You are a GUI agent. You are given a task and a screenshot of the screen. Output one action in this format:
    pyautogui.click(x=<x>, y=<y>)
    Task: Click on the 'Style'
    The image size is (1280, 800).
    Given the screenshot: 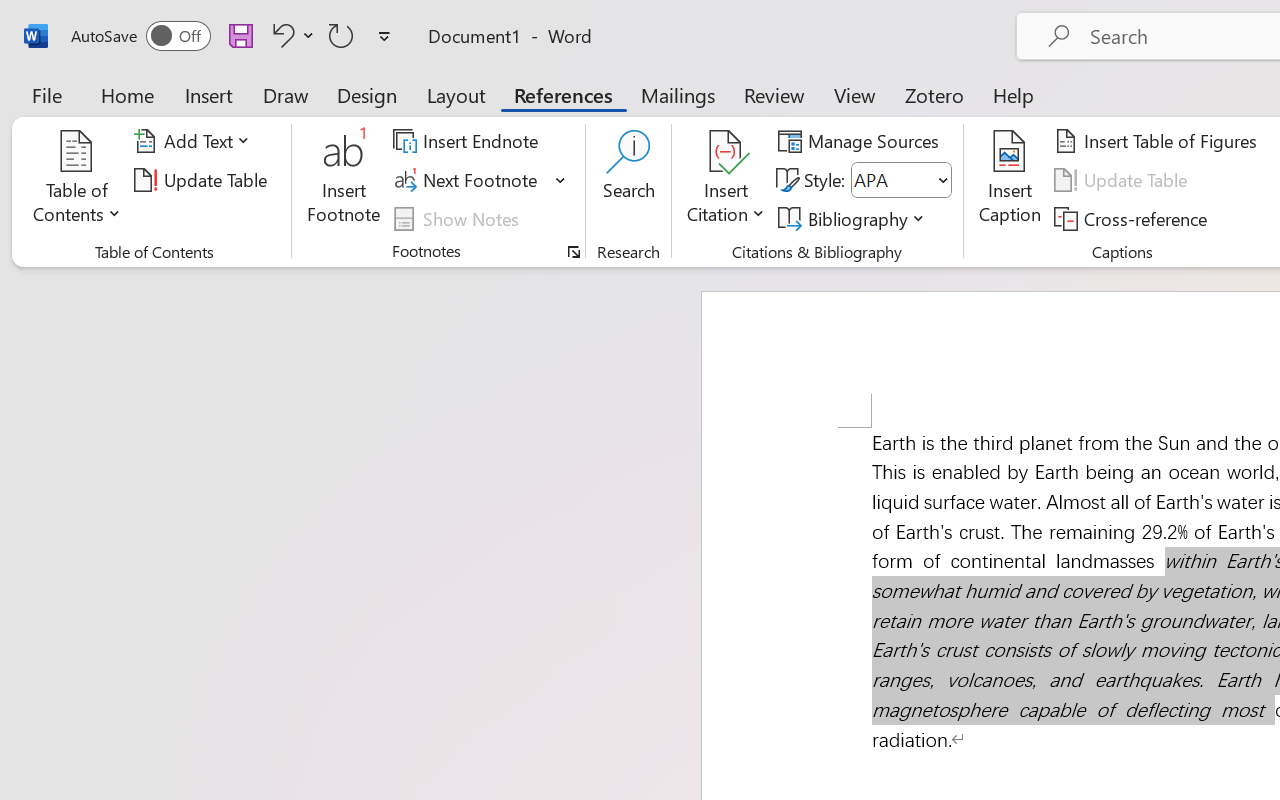 What is the action you would take?
    pyautogui.click(x=900, y=179)
    